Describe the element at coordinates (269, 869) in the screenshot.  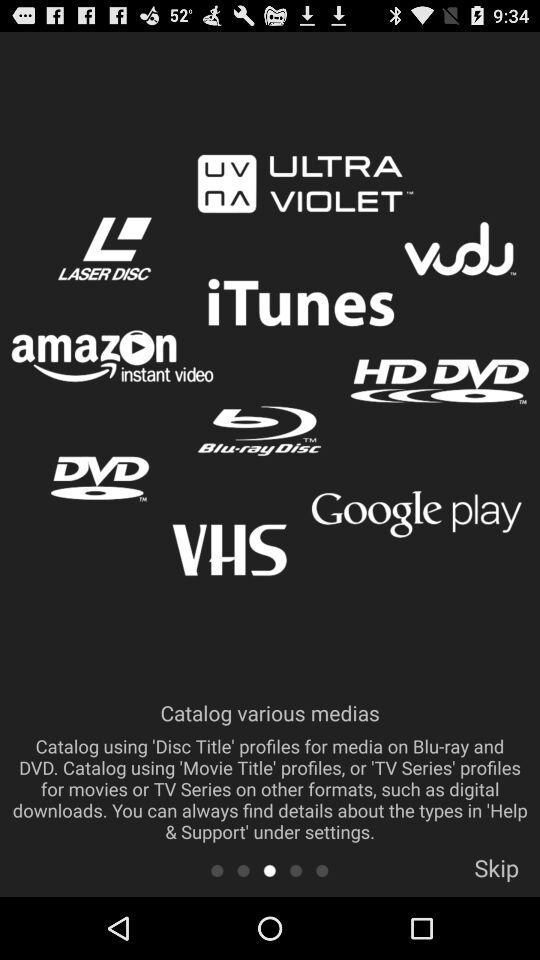
I see `third banner` at that location.